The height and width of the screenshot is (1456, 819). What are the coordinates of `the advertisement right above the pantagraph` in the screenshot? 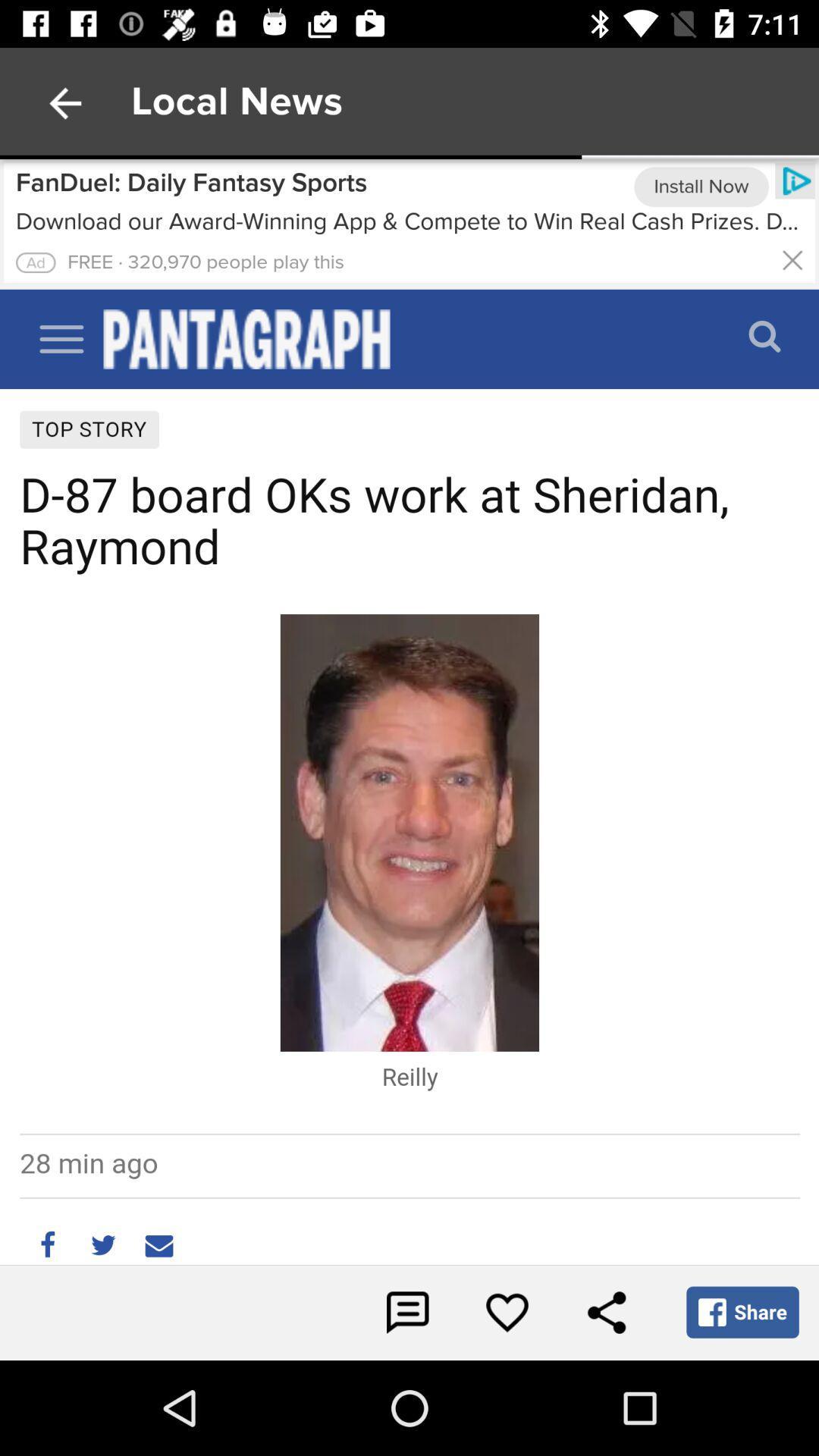 It's located at (400, 221).